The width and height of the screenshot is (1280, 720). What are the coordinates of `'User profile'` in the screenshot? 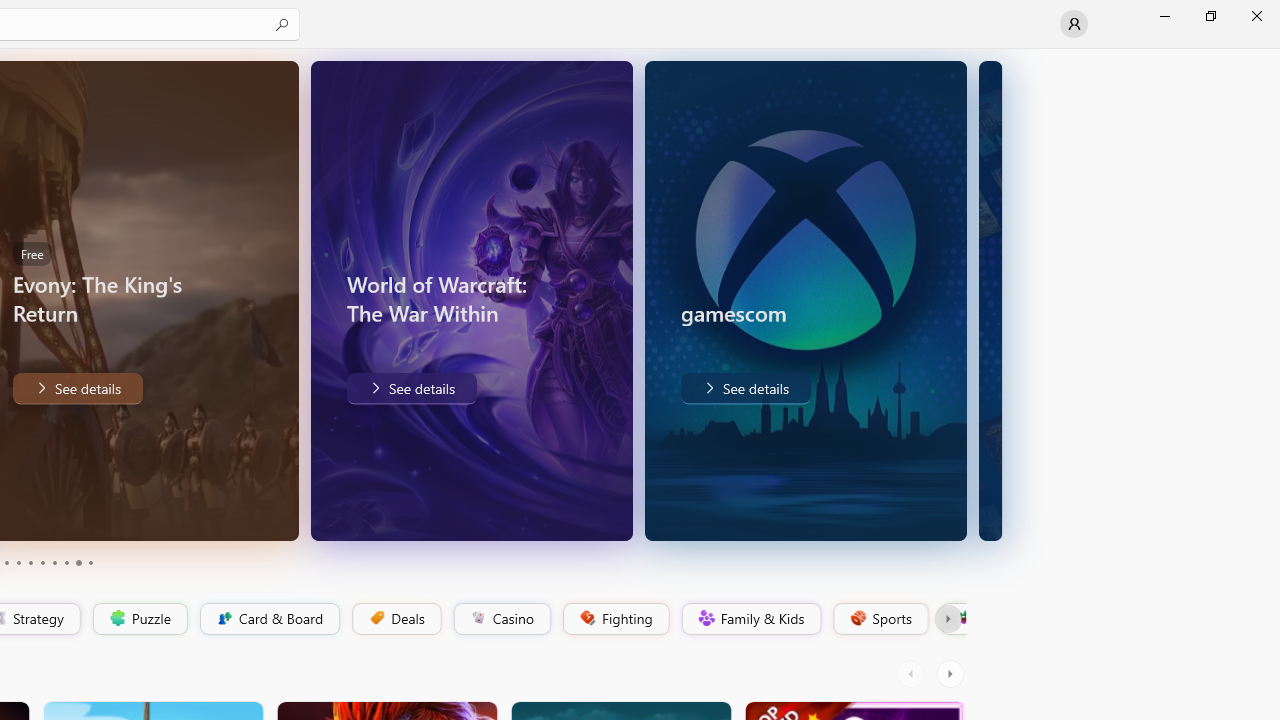 It's located at (1072, 24).